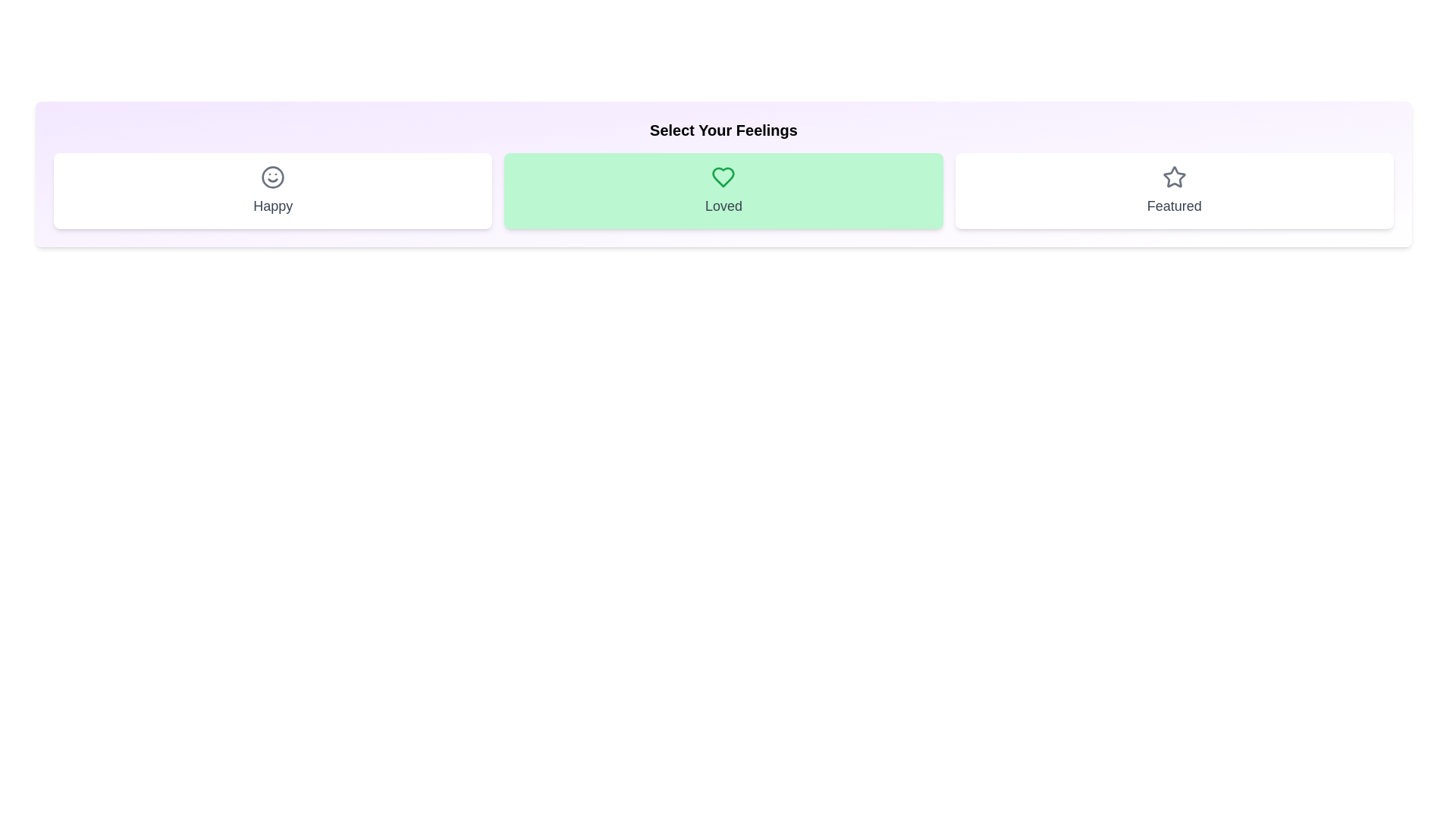 The image size is (1456, 819). Describe the element at coordinates (1173, 177) in the screenshot. I see `the icon of the Featured chip` at that location.